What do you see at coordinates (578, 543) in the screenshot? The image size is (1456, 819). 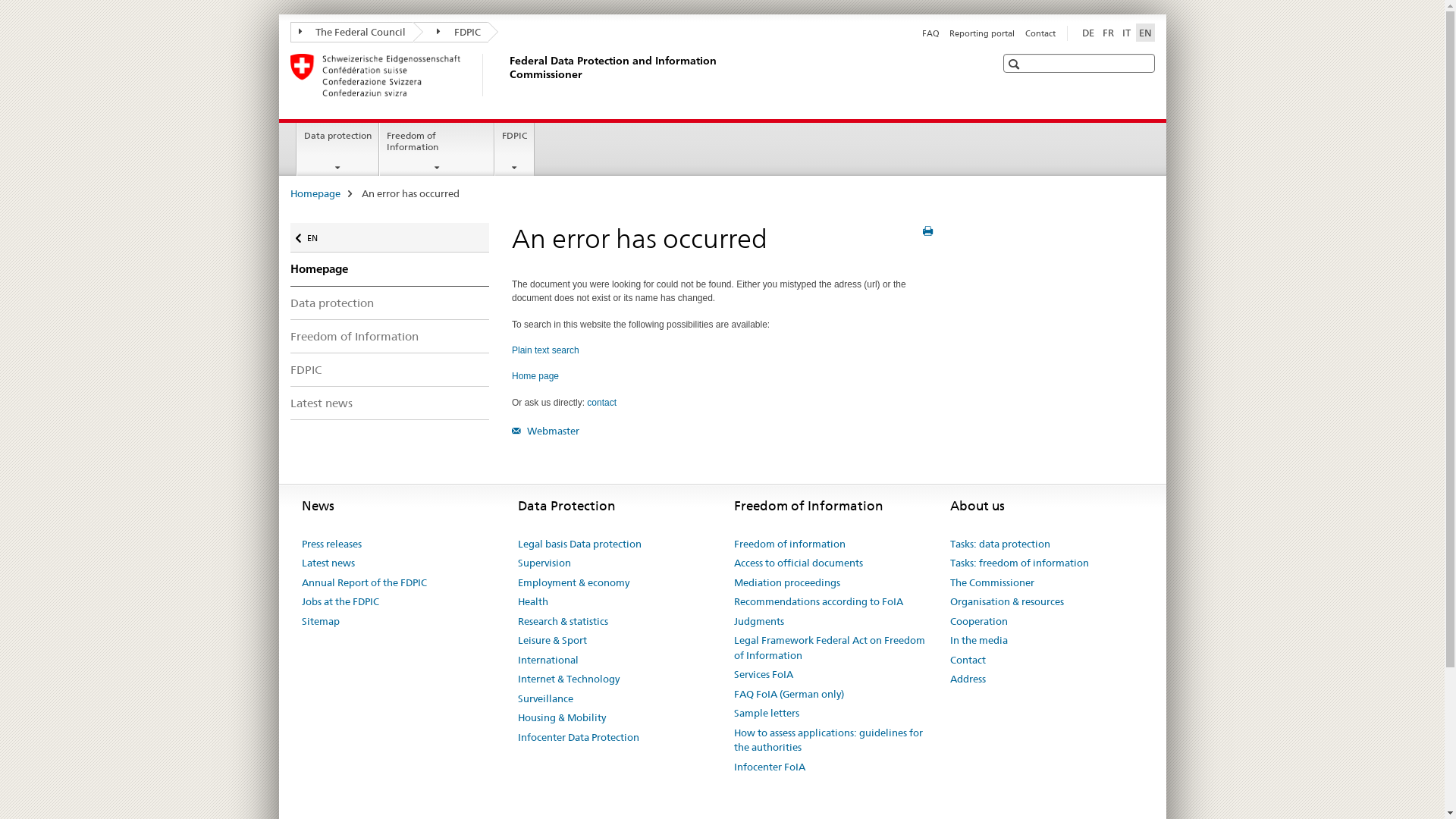 I see `'Legal basis Data protection'` at bounding box center [578, 543].